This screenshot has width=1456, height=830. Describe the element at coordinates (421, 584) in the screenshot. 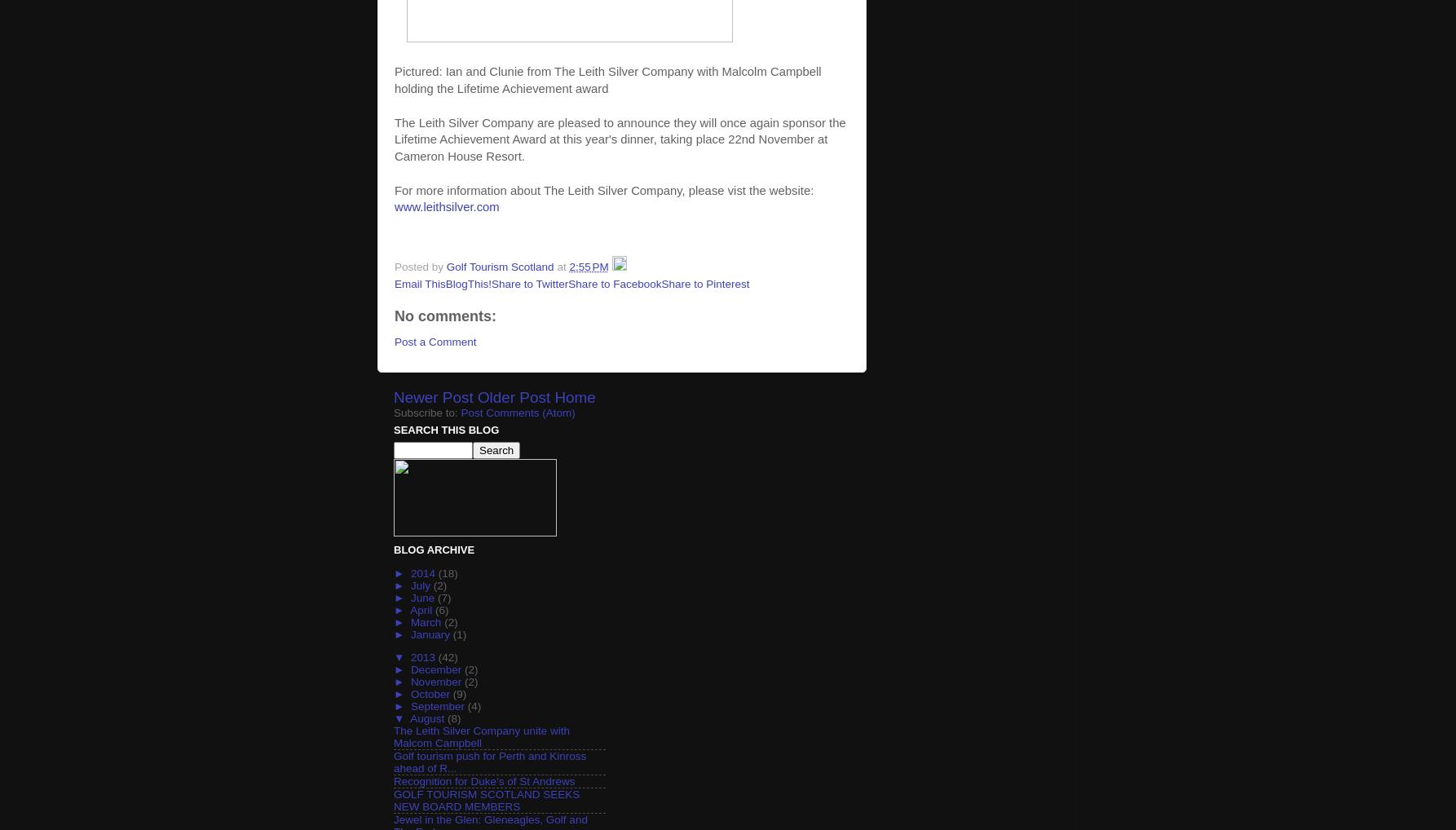

I see `'July'` at that location.